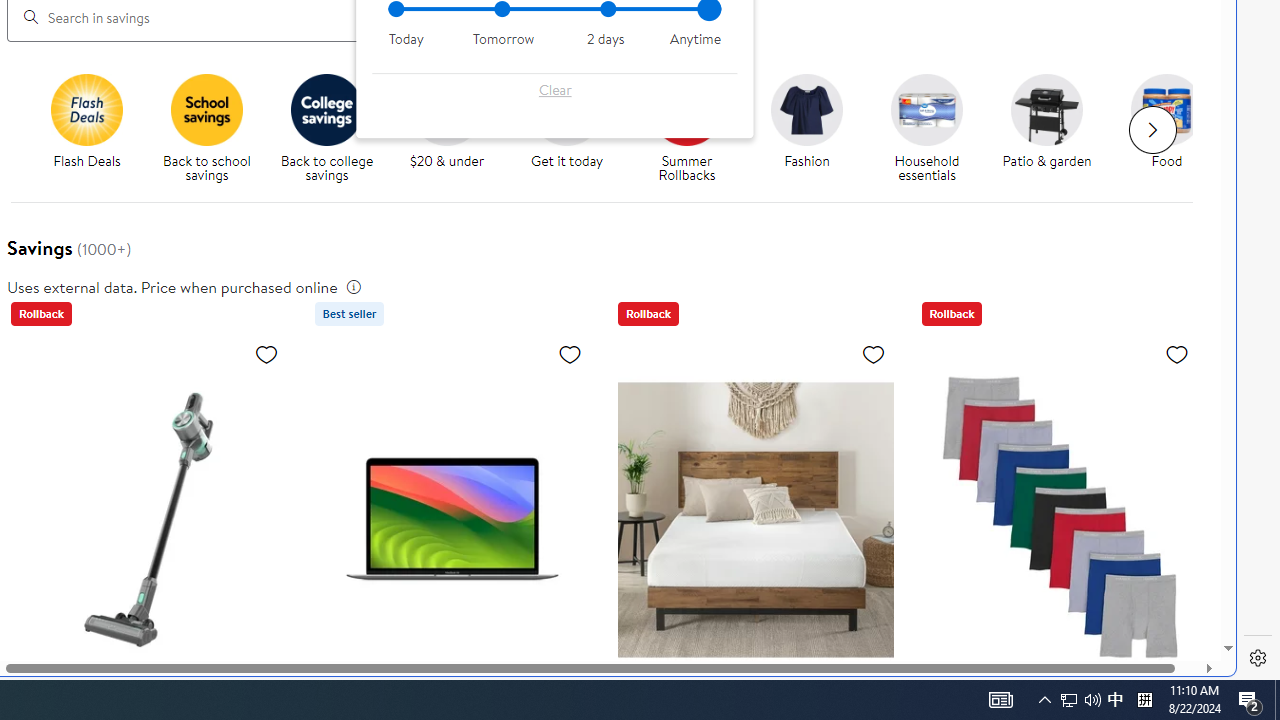 This screenshot has height=720, width=1280. I want to click on 'Back to College savings Back to college savings', so click(327, 129).